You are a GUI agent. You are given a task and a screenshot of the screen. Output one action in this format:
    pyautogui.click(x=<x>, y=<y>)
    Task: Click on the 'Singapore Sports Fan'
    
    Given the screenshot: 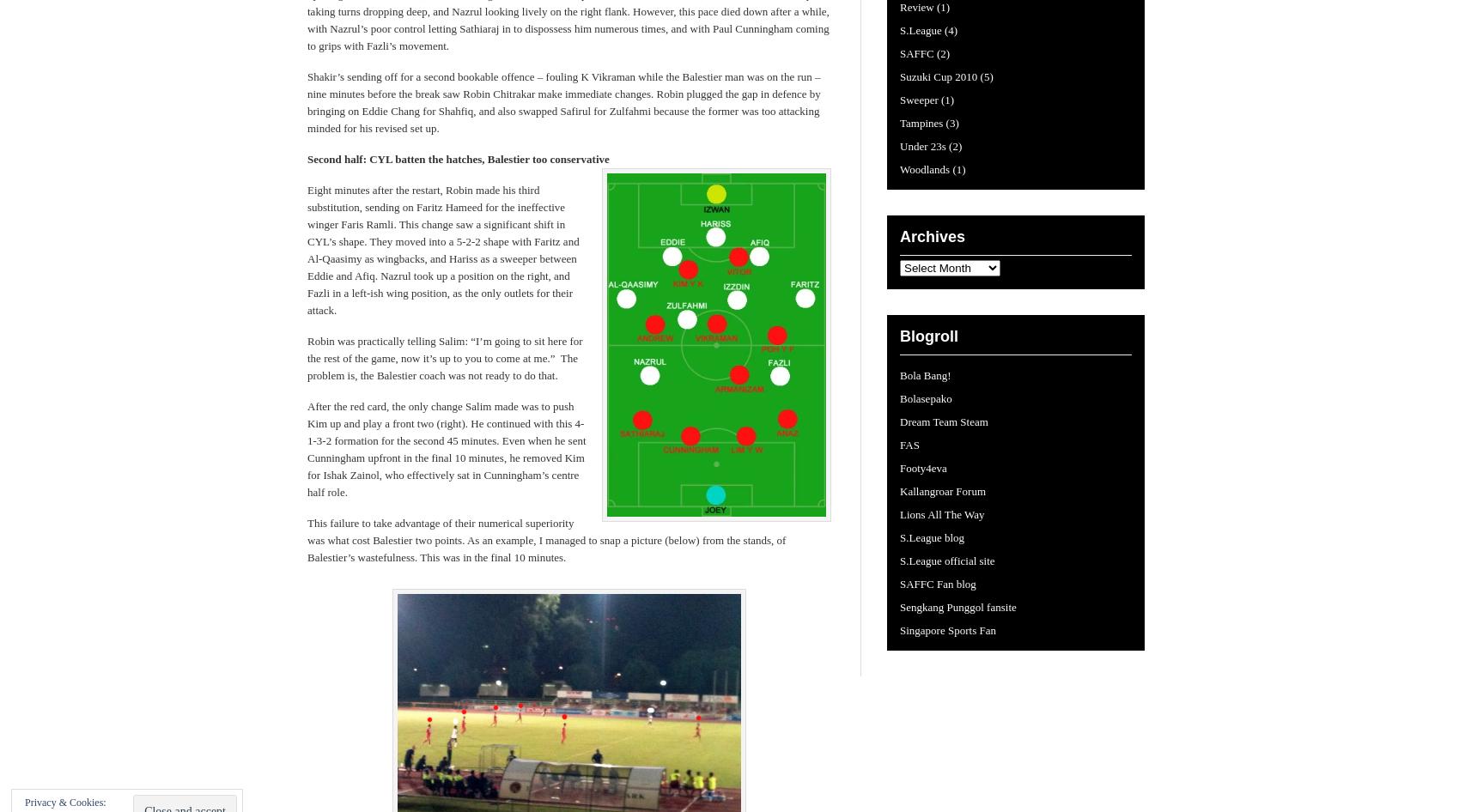 What is the action you would take?
    pyautogui.click(x=947, y=629)
    